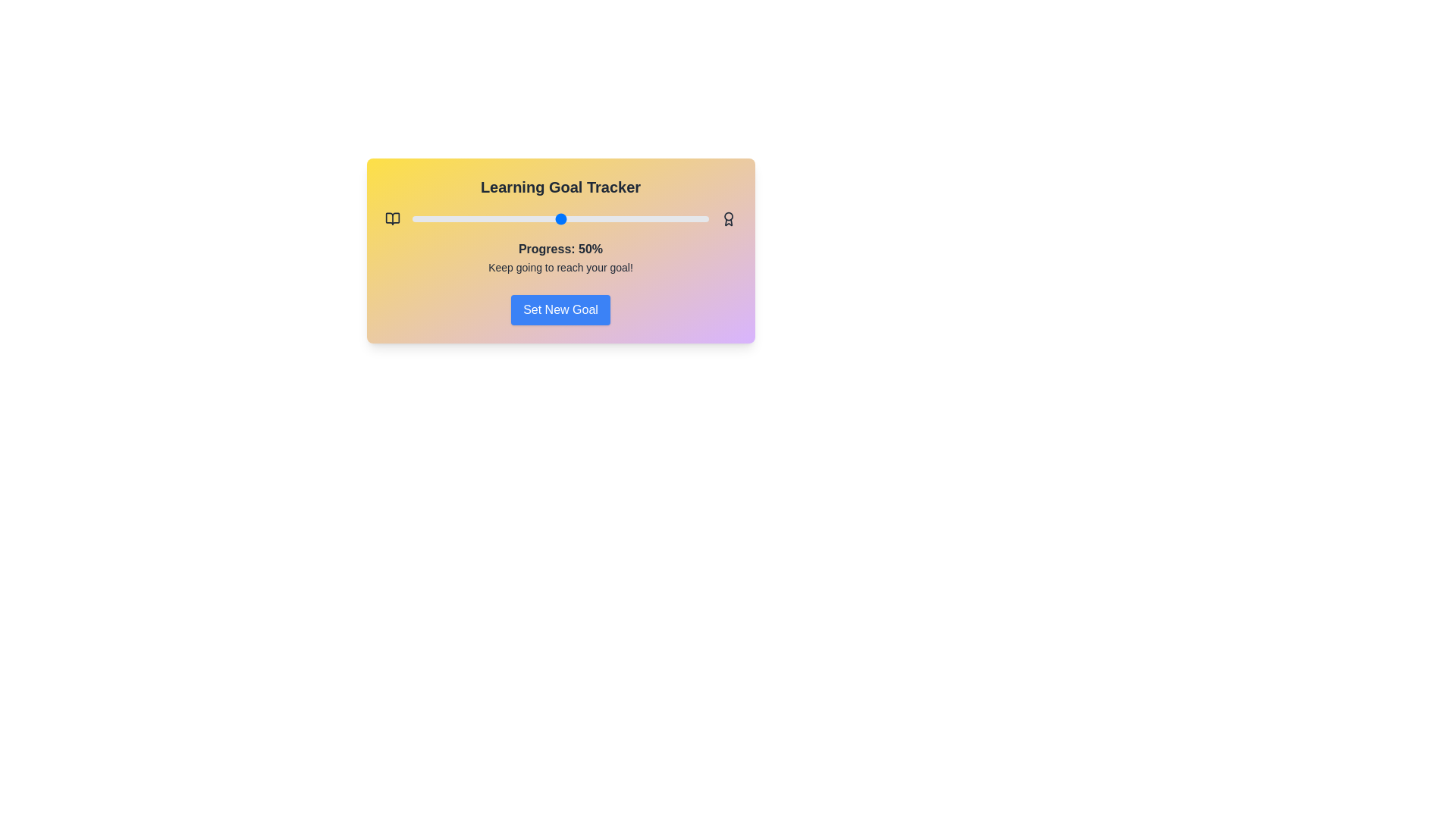 The image size is (1456, 819). What do you see at coordinates (412, 219) in the screenshot?
I see `the progress slider to 0%` at bounding box center [412, 219].